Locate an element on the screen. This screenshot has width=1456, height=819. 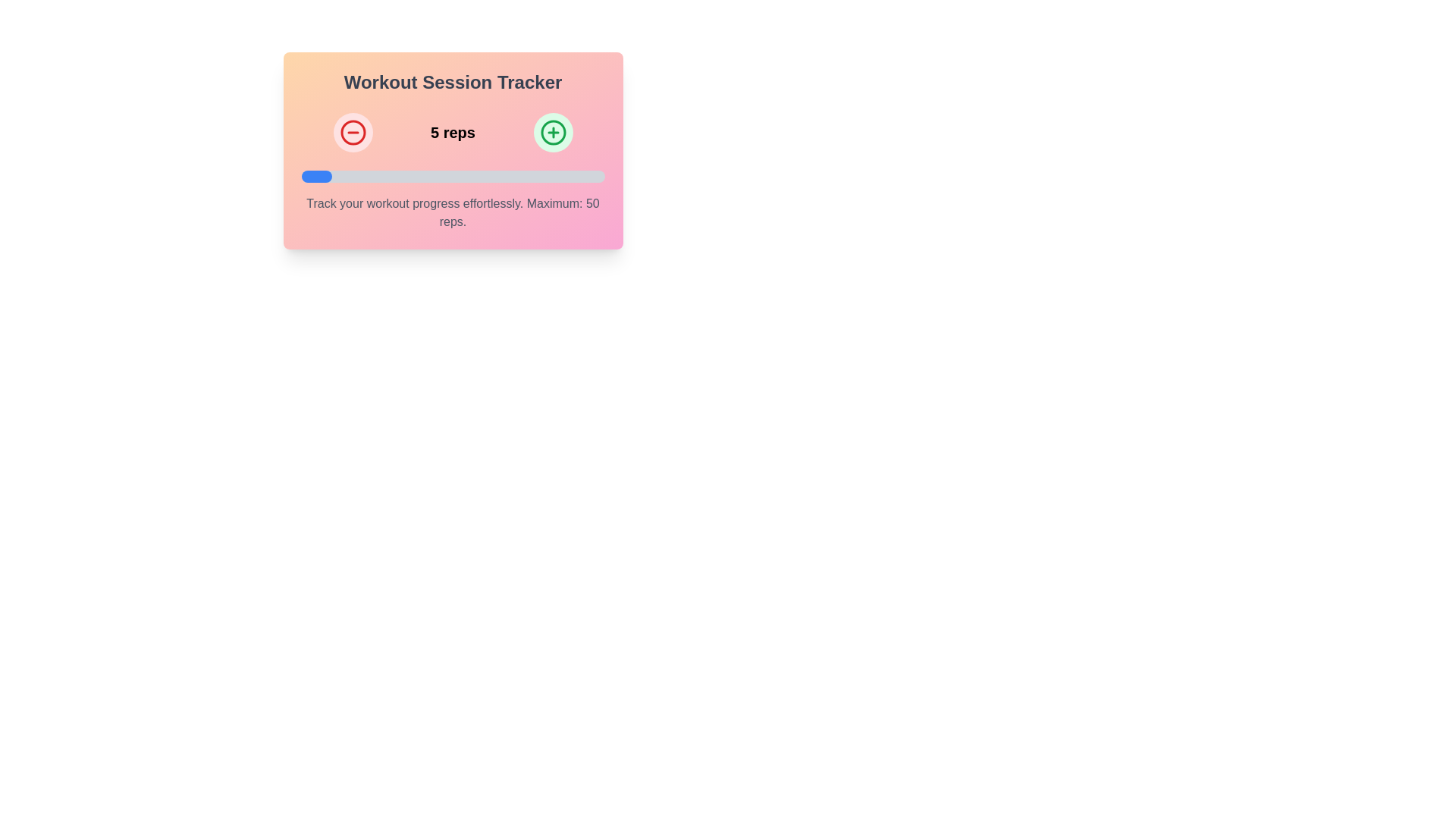
slider progress is located at coordinates (538, 175).